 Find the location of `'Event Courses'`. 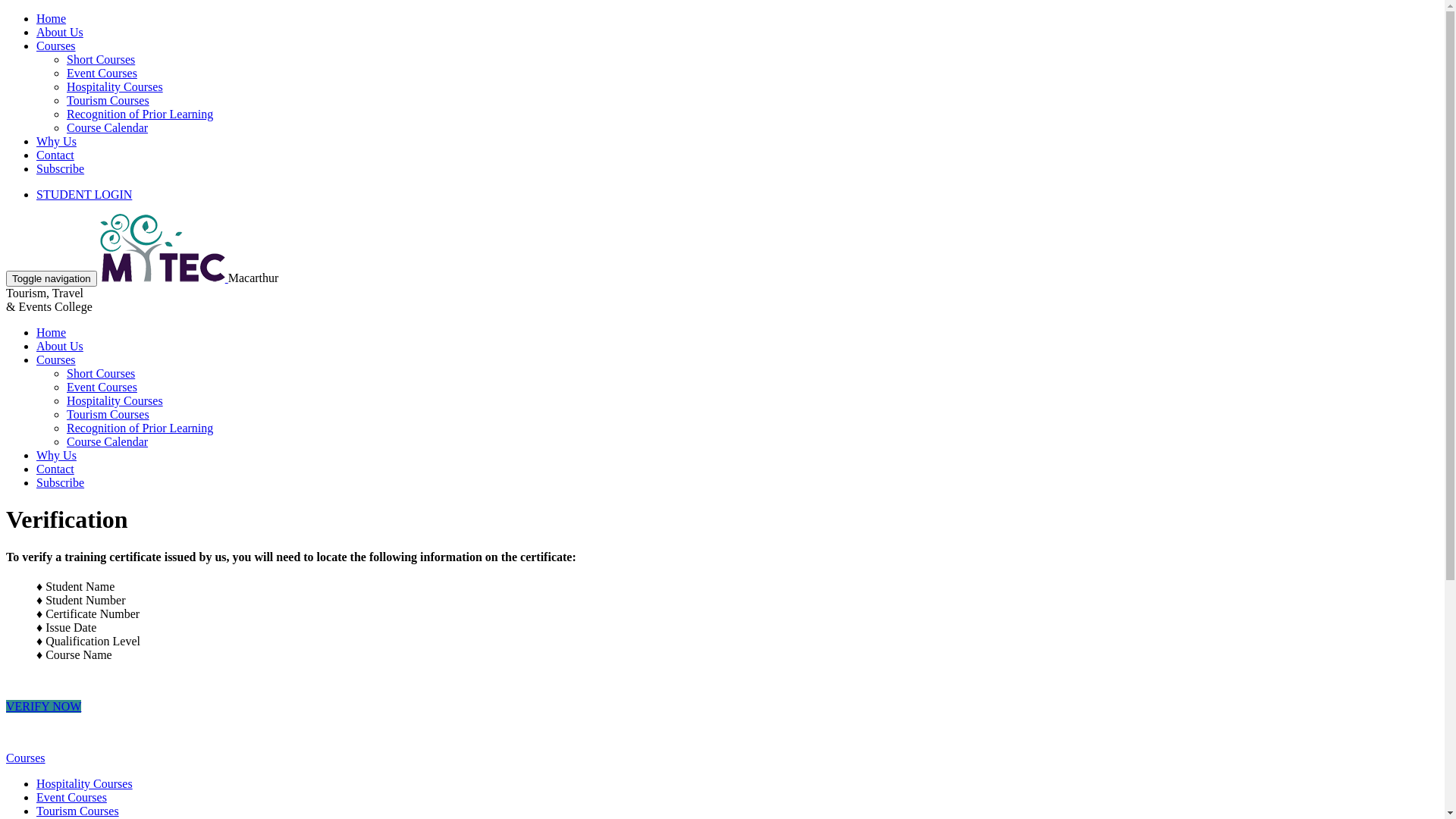

'Event Courses' is located at coordinates (65, 386).